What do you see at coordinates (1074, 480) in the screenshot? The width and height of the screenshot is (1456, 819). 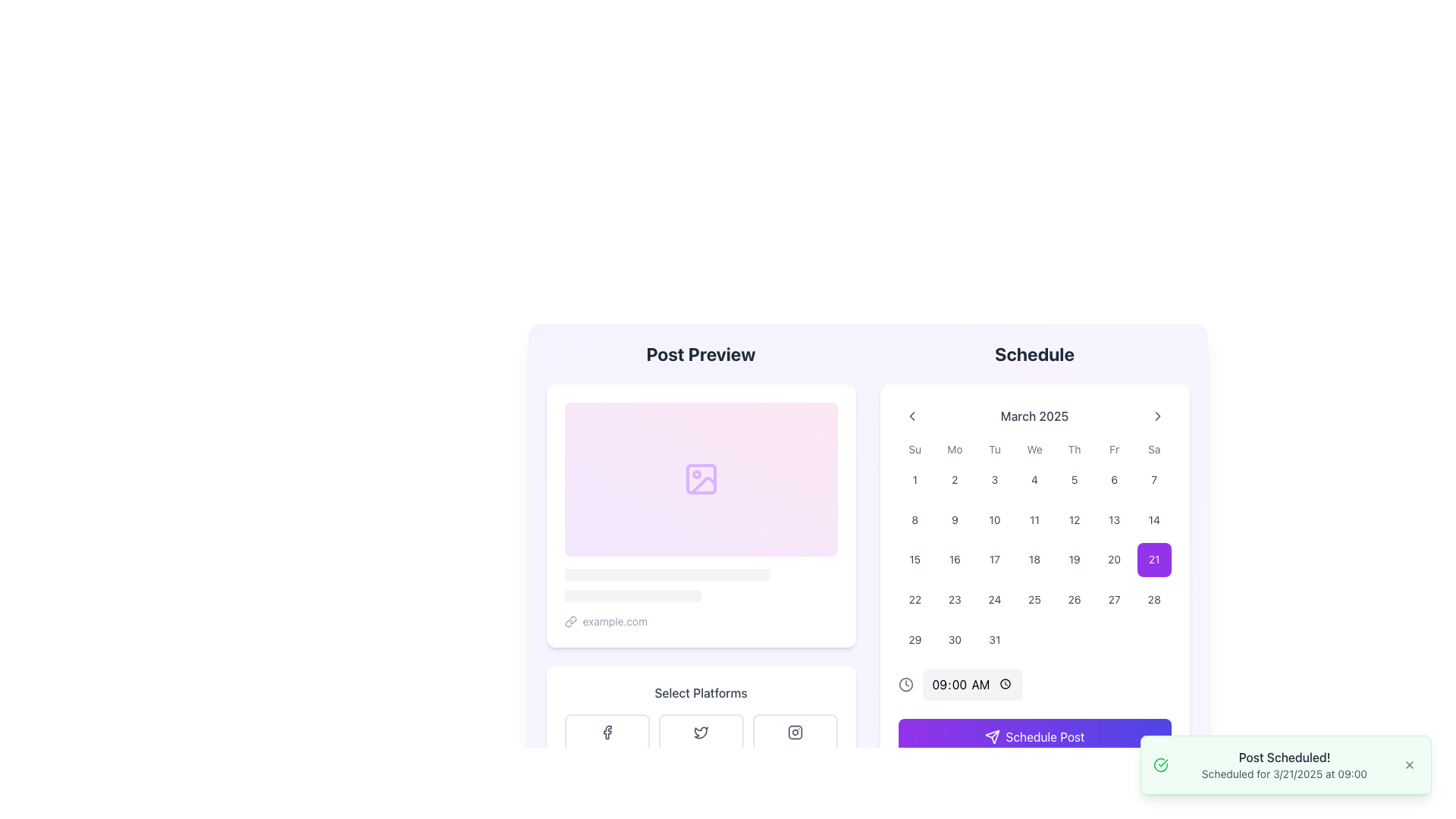 I see `the square button displaying the number '5' located in the calendar grid for March 2025` at bounding box center [1074, 480].